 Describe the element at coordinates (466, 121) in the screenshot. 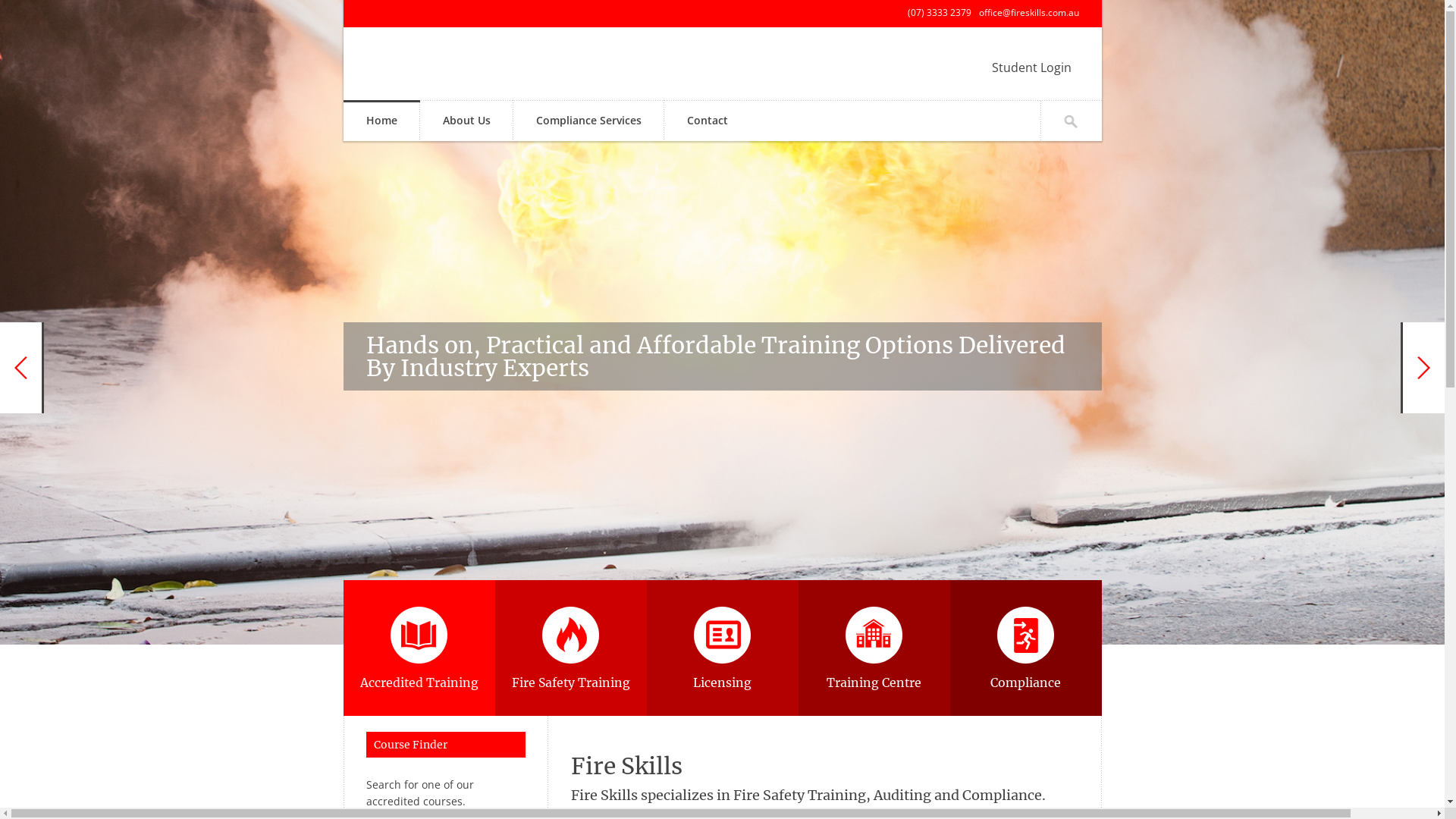

I see `'About Us'` at that location.